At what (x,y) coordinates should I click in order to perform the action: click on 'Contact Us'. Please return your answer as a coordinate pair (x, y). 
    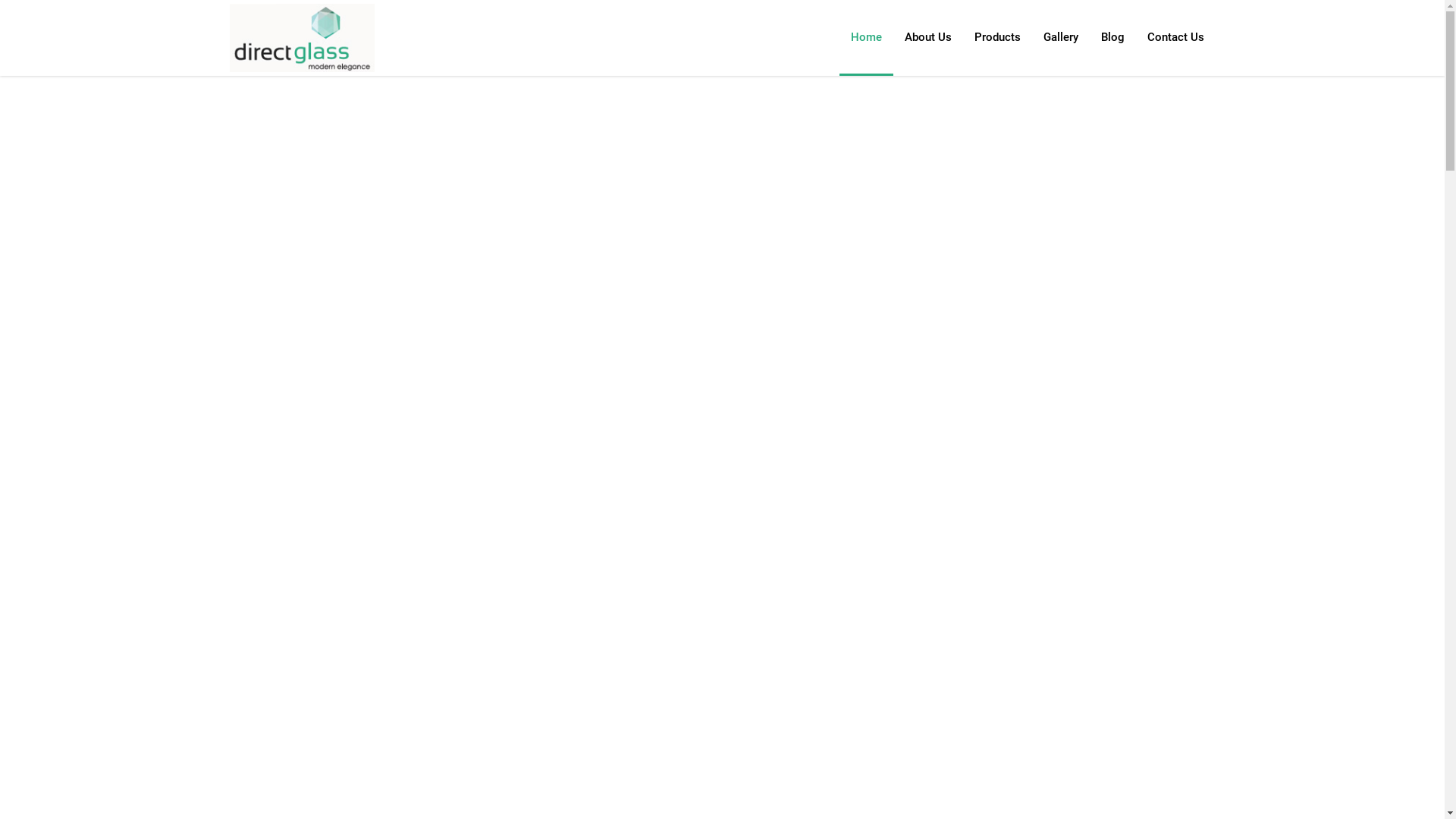
    Looking at the image, I should click on (1135, 37).